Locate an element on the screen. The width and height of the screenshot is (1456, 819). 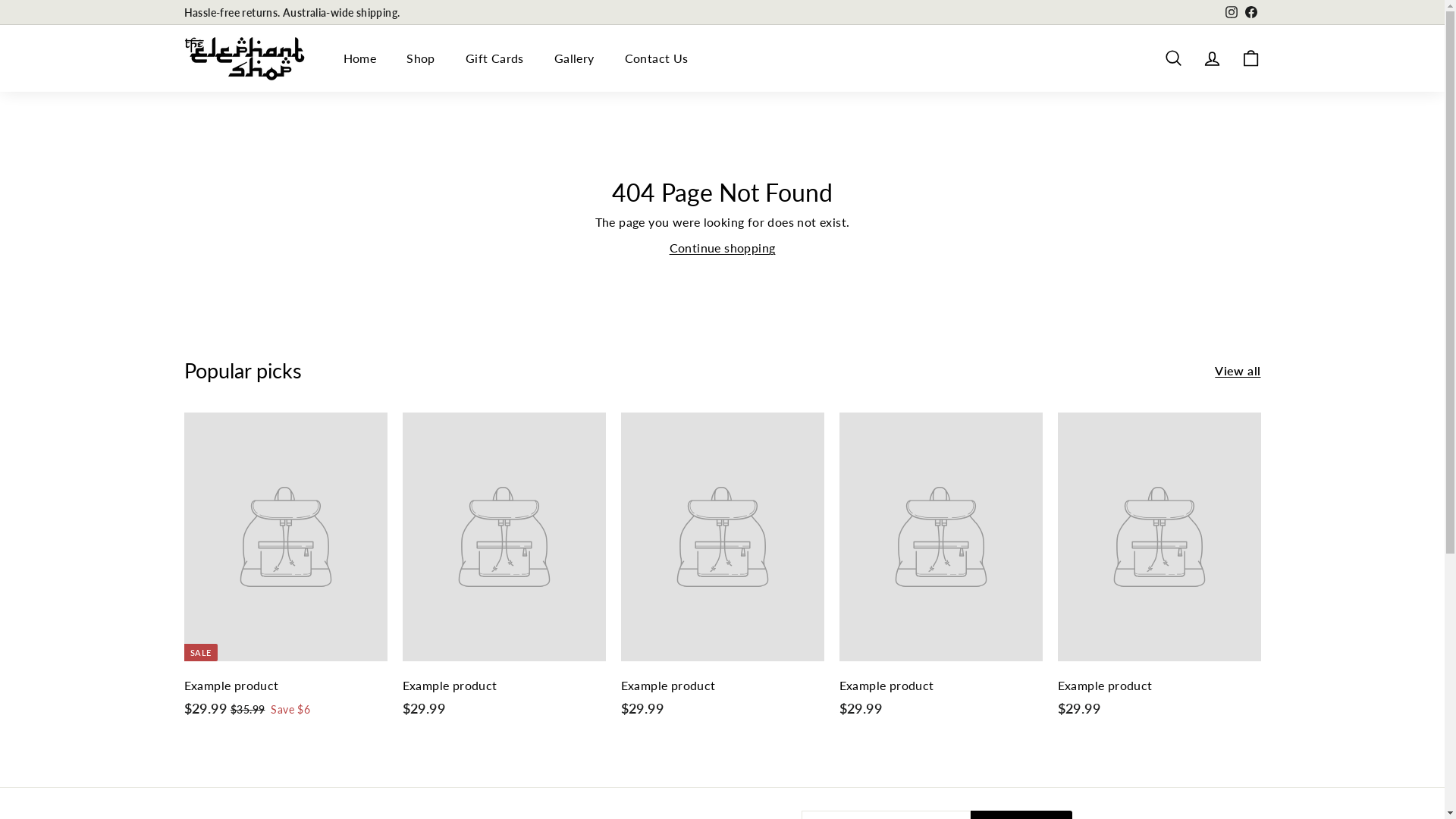
'Gift Cards' is located at coordinates (494, 58).